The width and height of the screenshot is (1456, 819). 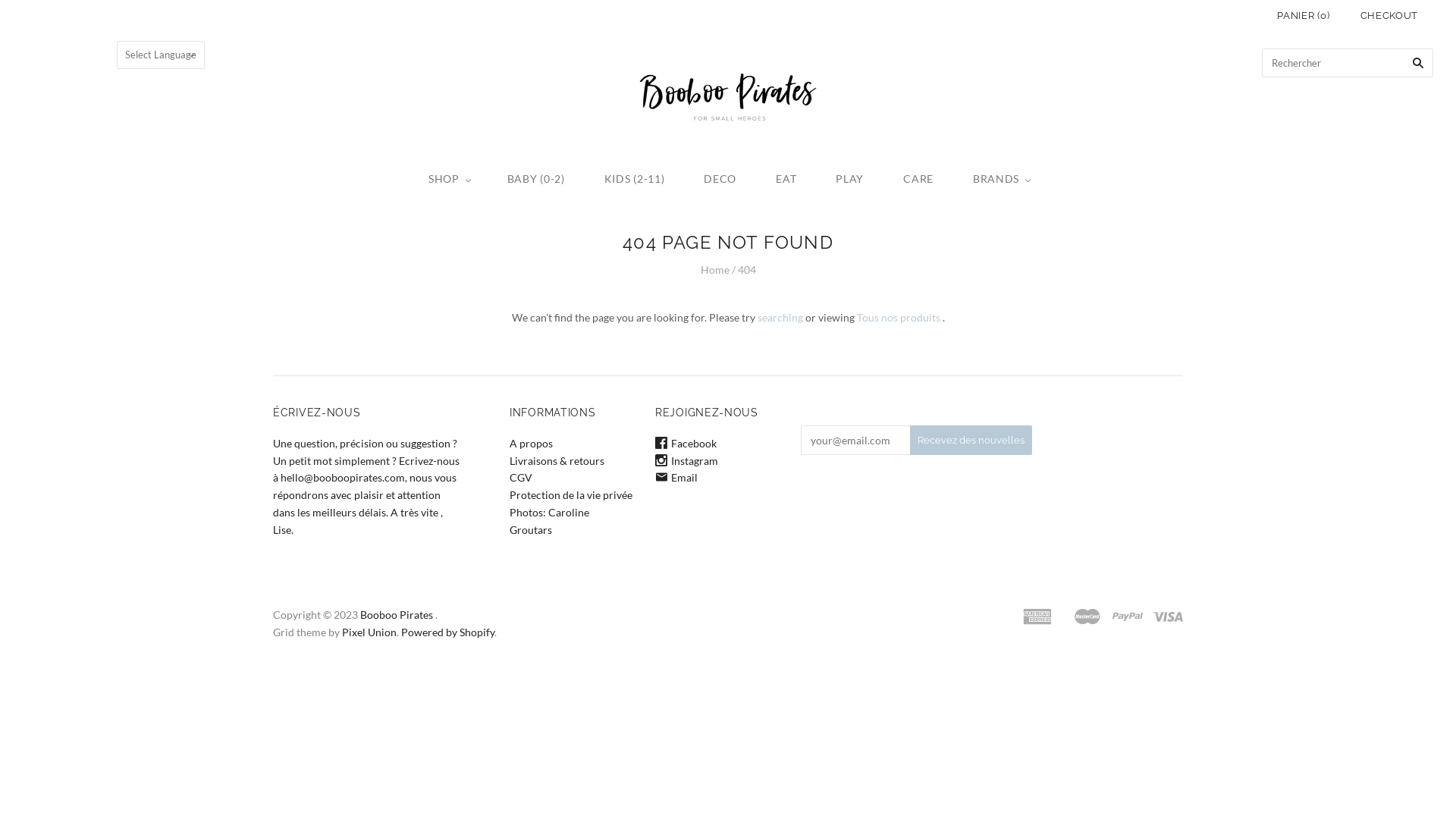 What do you see at coordinates (510, 460) in the screenshot?
I see `'Livraisons & retours'` at bounding box center [510, 460].